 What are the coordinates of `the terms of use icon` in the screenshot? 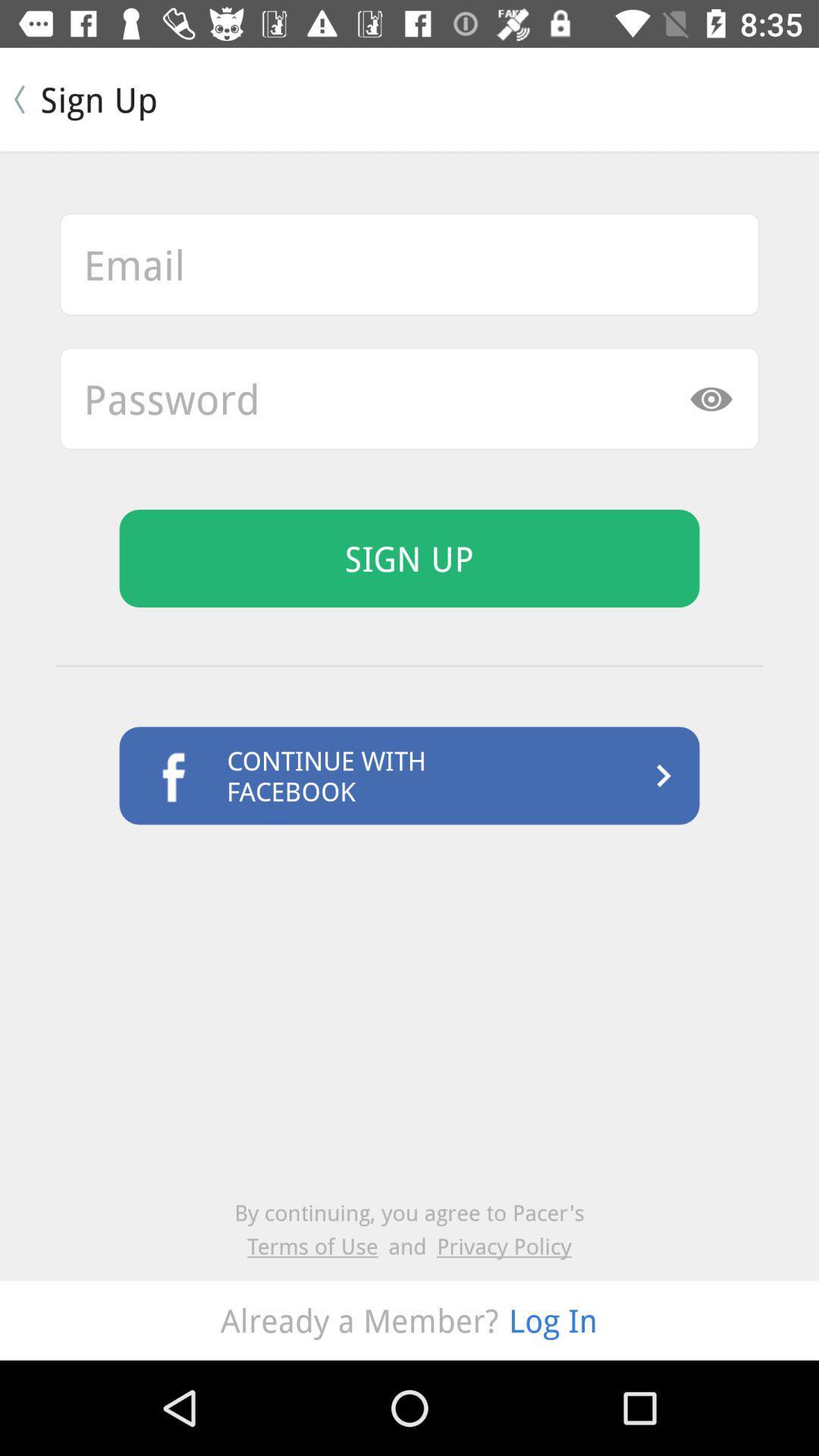 It's located at (317, 1246).